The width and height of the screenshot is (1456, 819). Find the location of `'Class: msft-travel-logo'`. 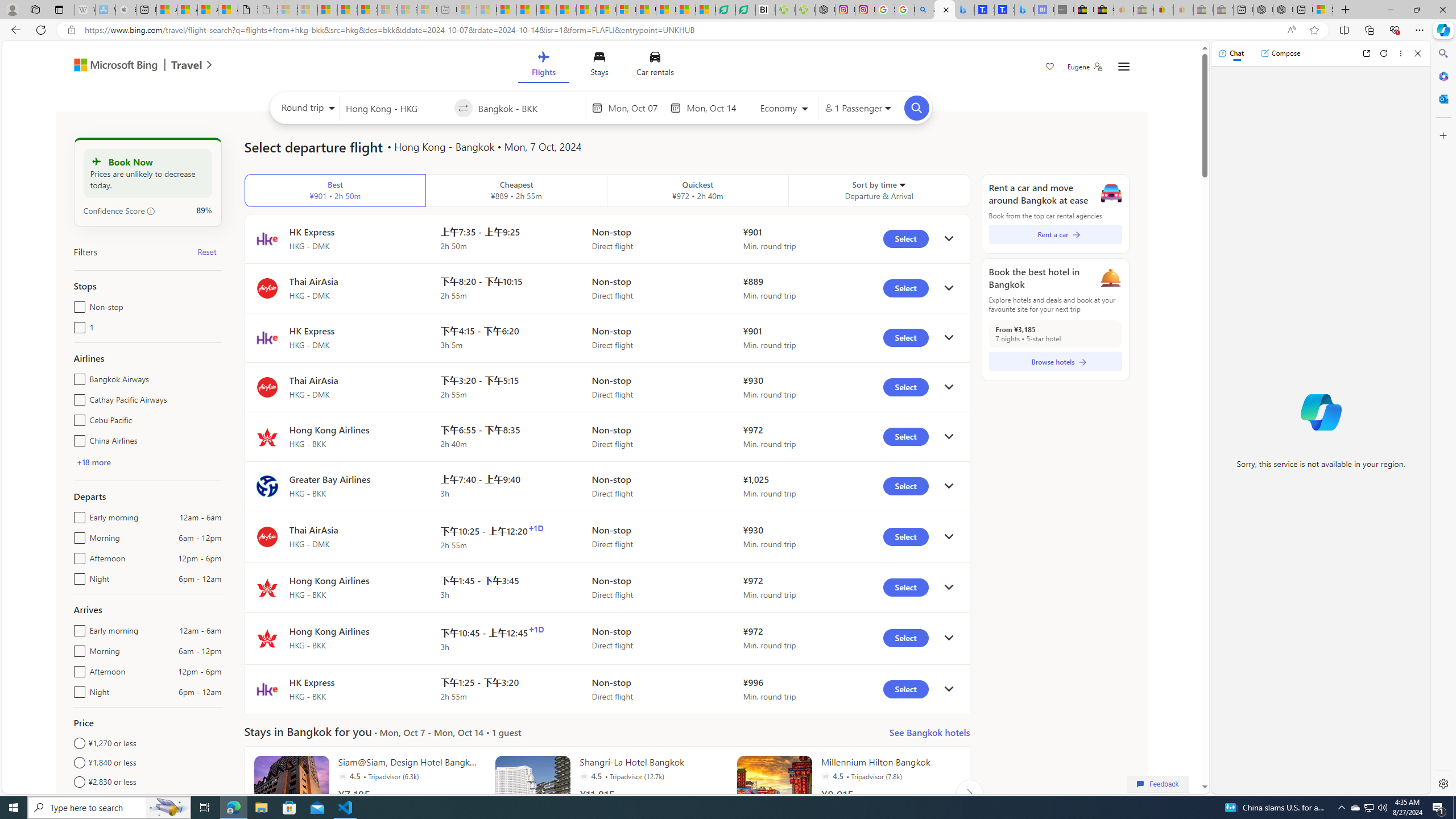

'Class: msft-travel-logo' is located at coordinates (186, 65).